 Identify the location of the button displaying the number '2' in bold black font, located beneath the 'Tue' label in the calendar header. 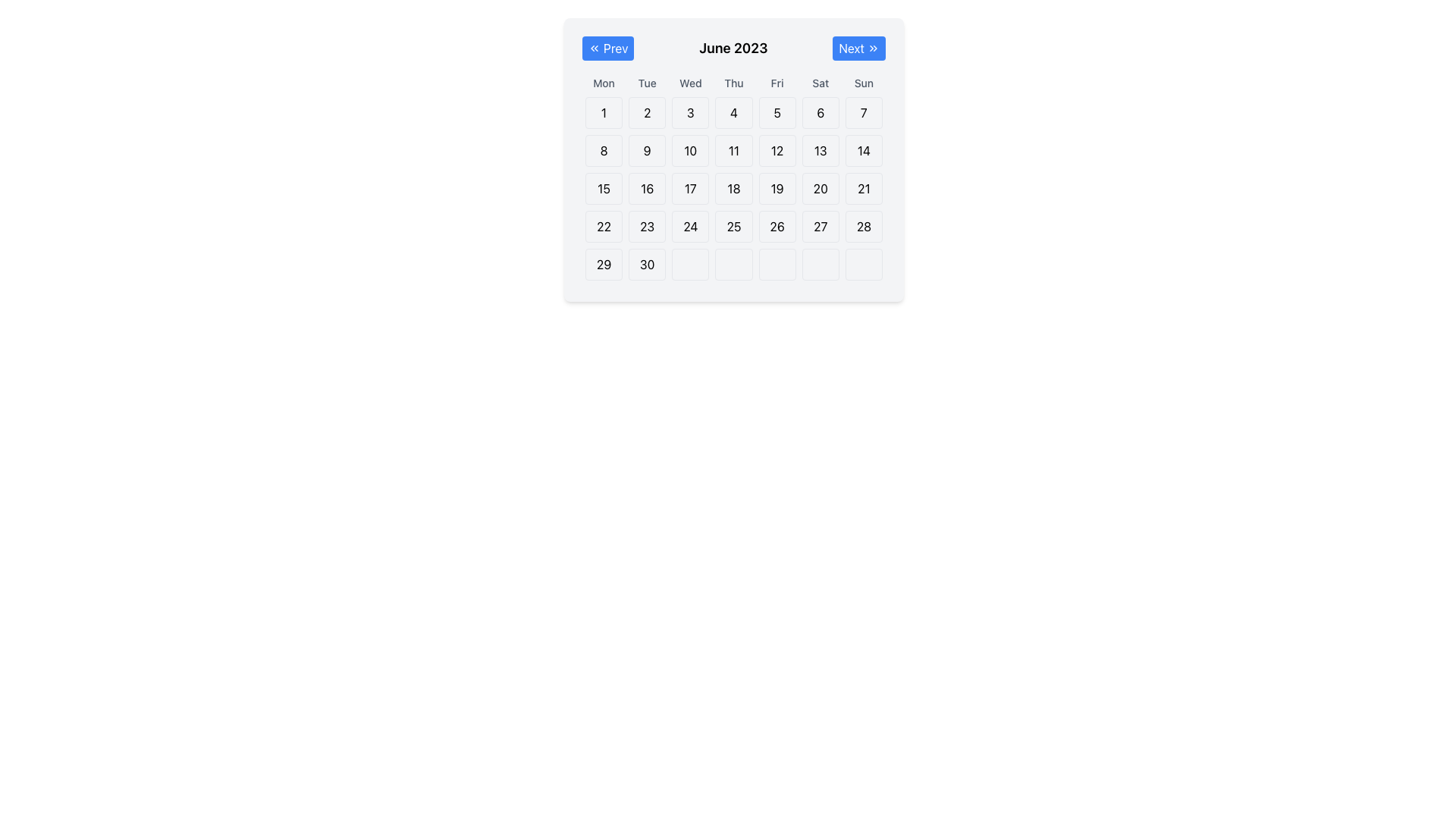
(647, 112).